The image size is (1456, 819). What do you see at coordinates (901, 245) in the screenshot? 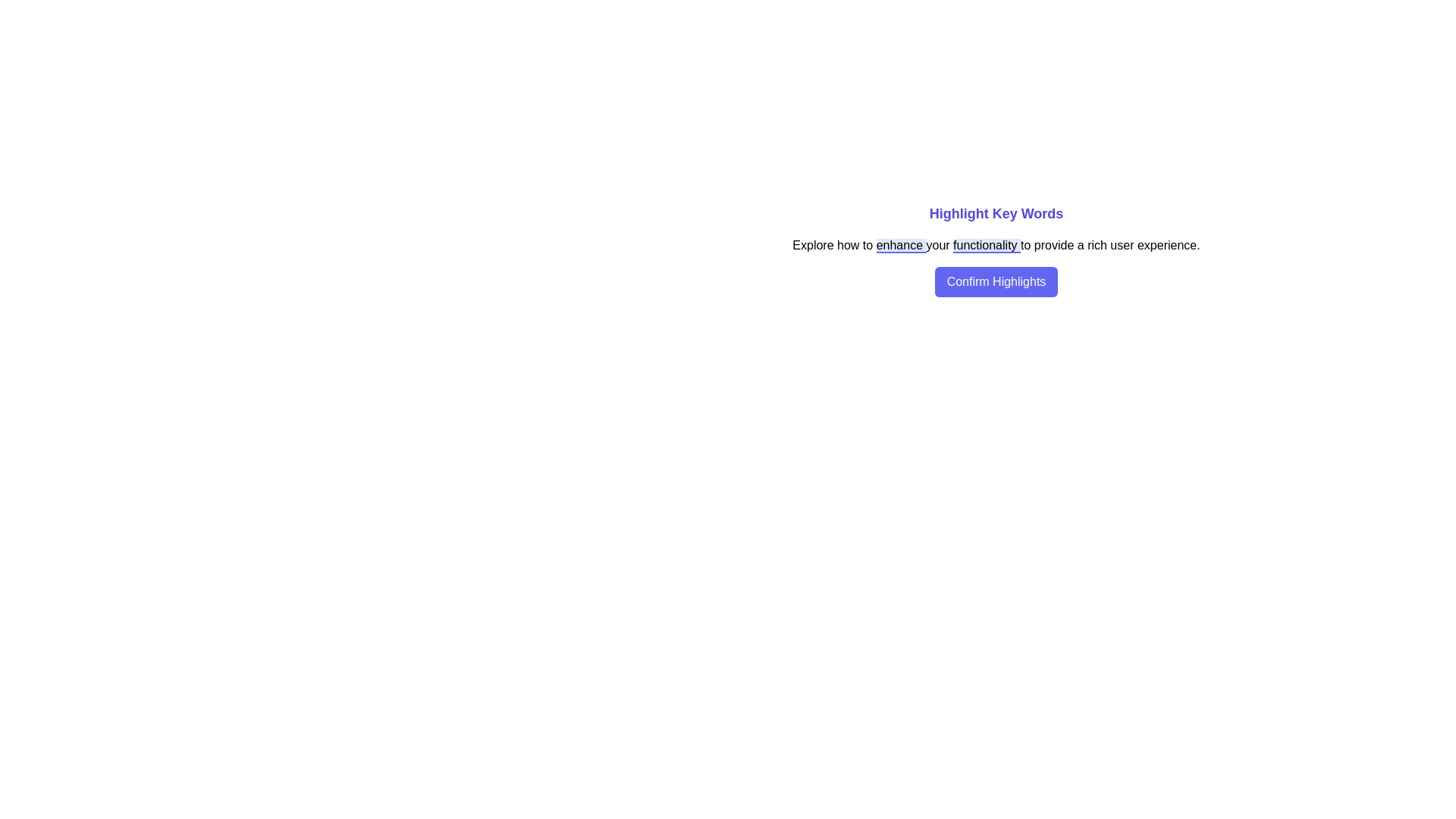
I see `the text element containing the word 'enhance'` at bounding box center [901, 245].